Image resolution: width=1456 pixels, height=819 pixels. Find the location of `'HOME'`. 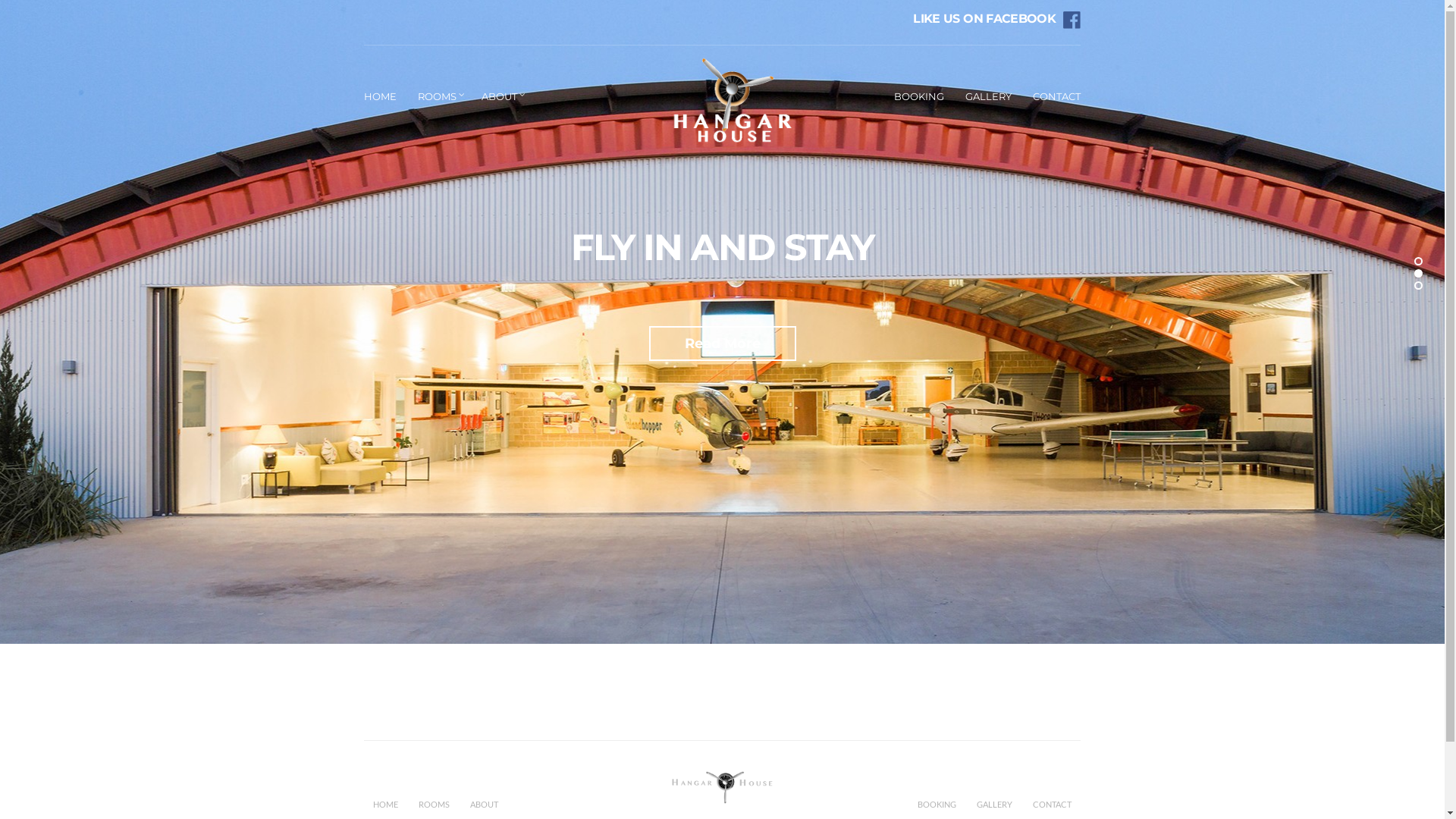

'HOME' is located at coordinates (385, 805).